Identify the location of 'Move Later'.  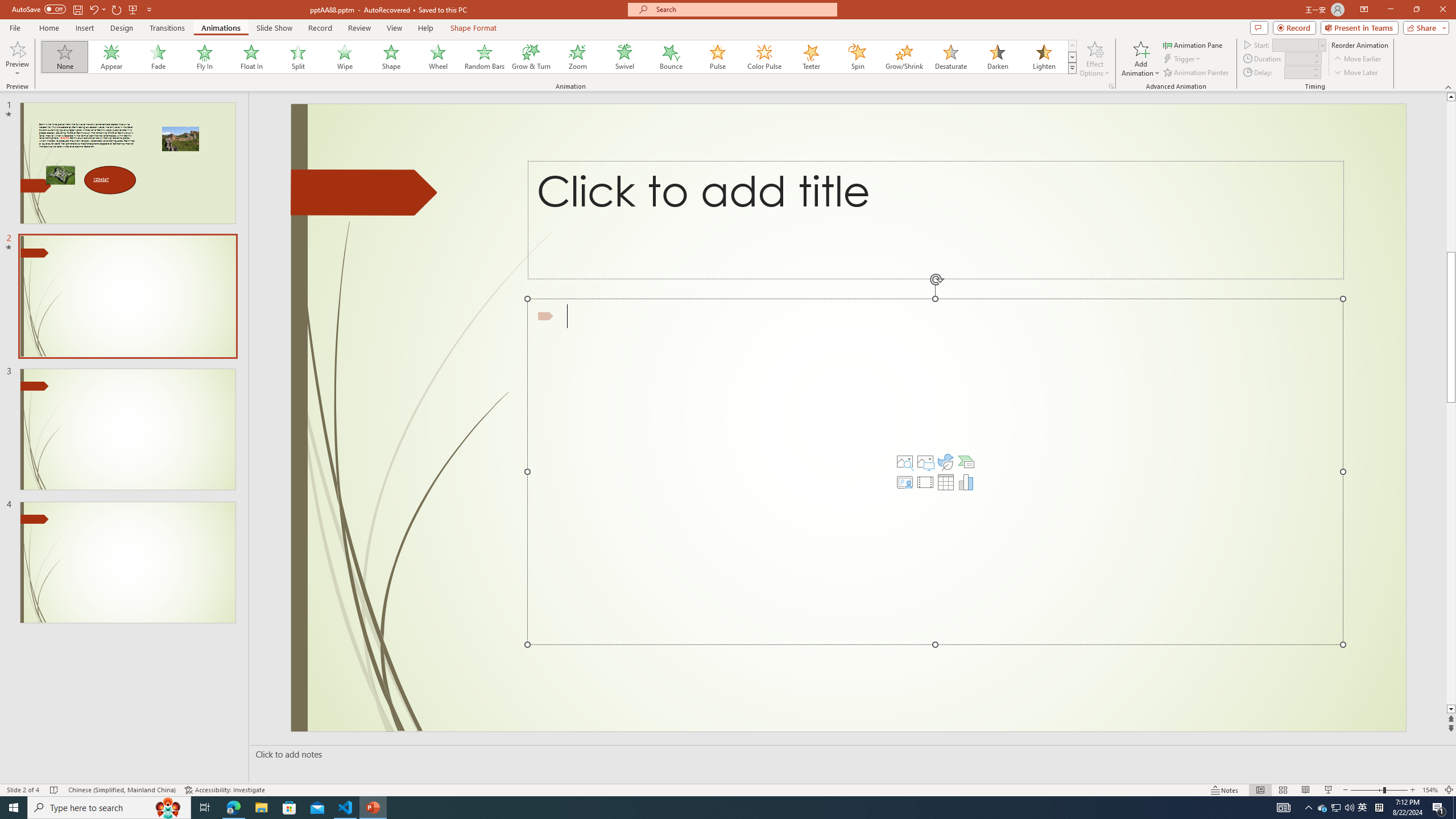
(1356, 72).